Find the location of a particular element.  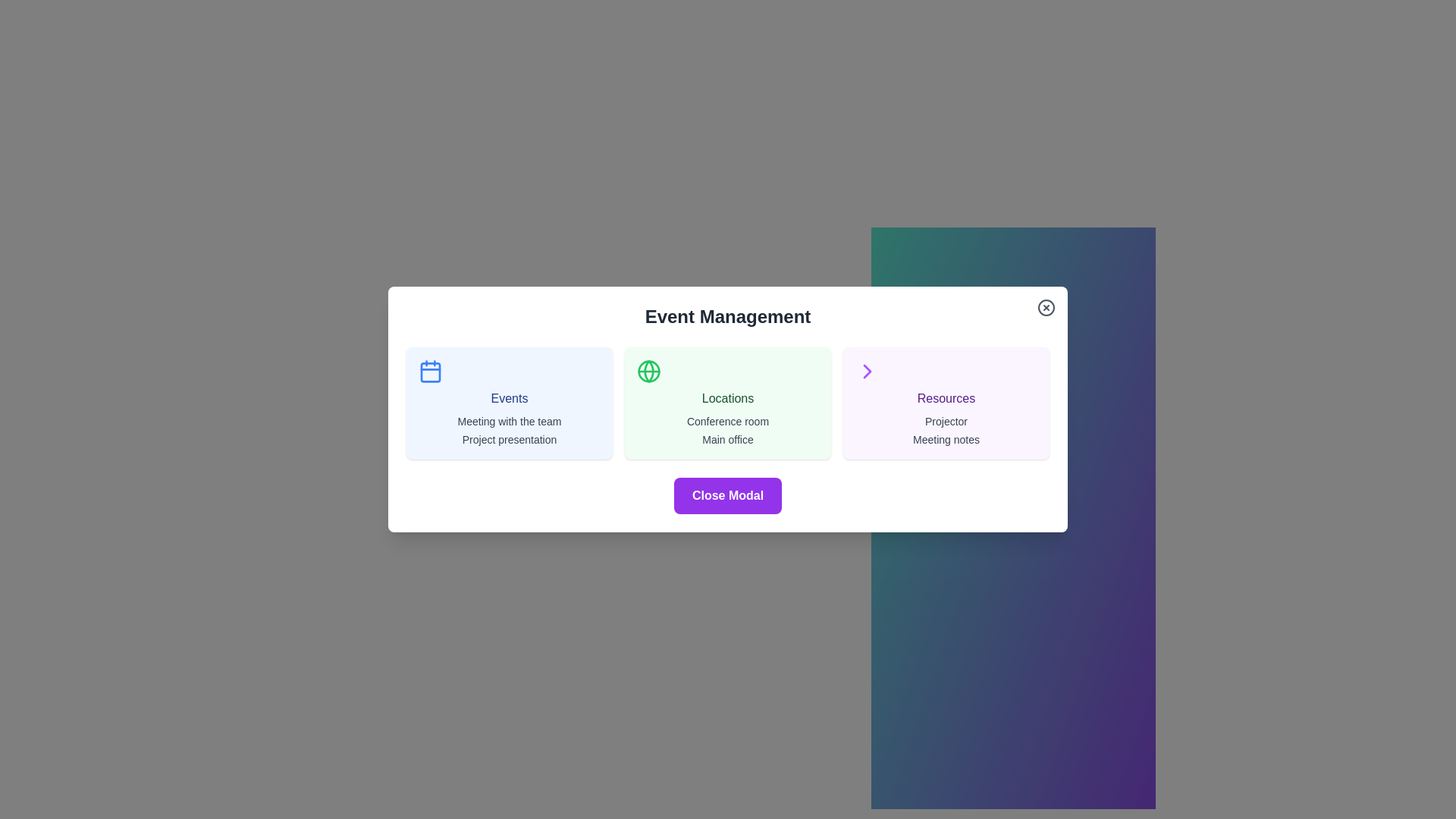

the circular icon with a green outline that is centered within the globe icon in the 'Locations' section of the modal is located at coordinates (648, 371).